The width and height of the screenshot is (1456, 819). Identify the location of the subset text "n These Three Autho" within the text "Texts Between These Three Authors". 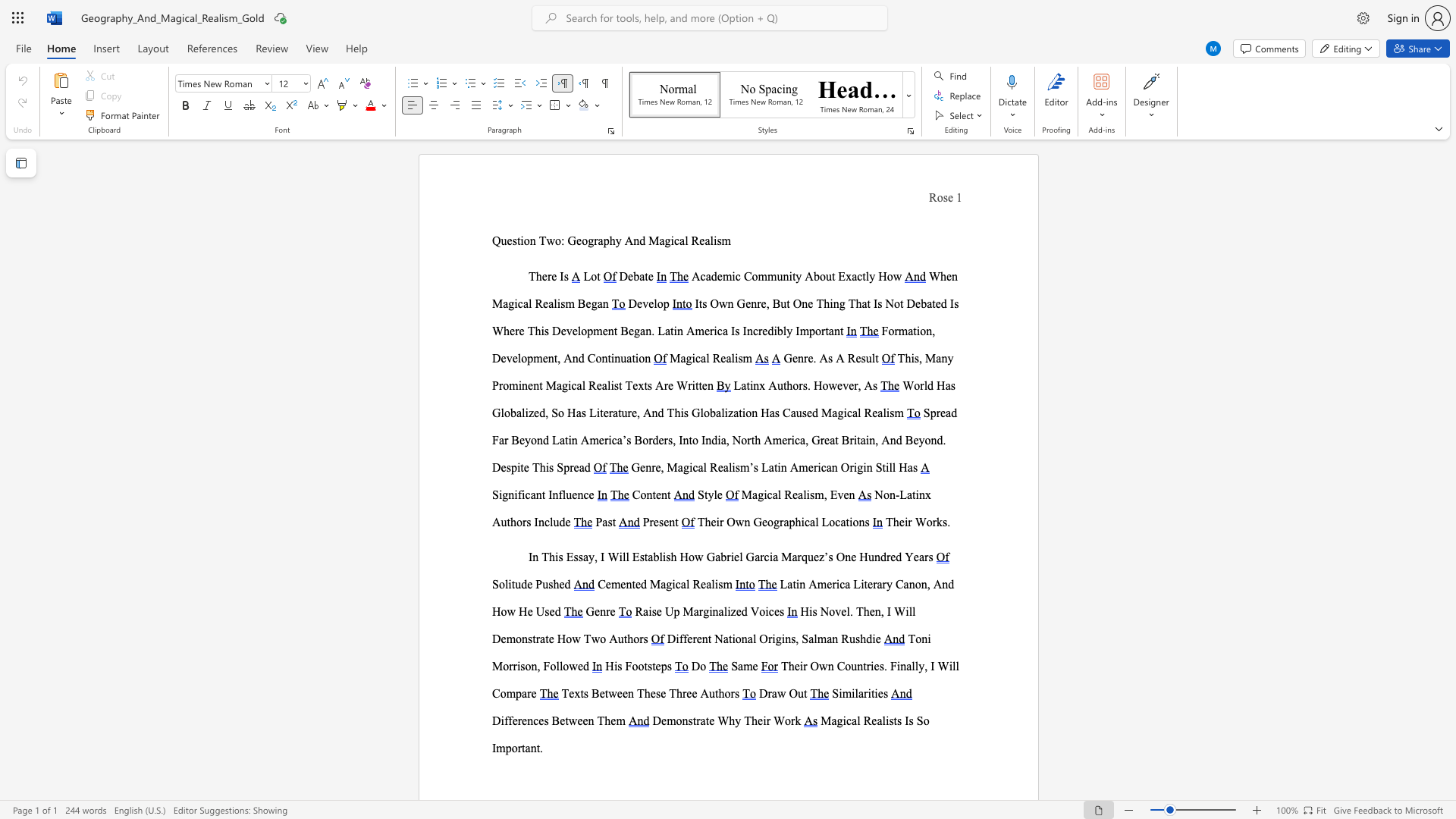
(628, 693).